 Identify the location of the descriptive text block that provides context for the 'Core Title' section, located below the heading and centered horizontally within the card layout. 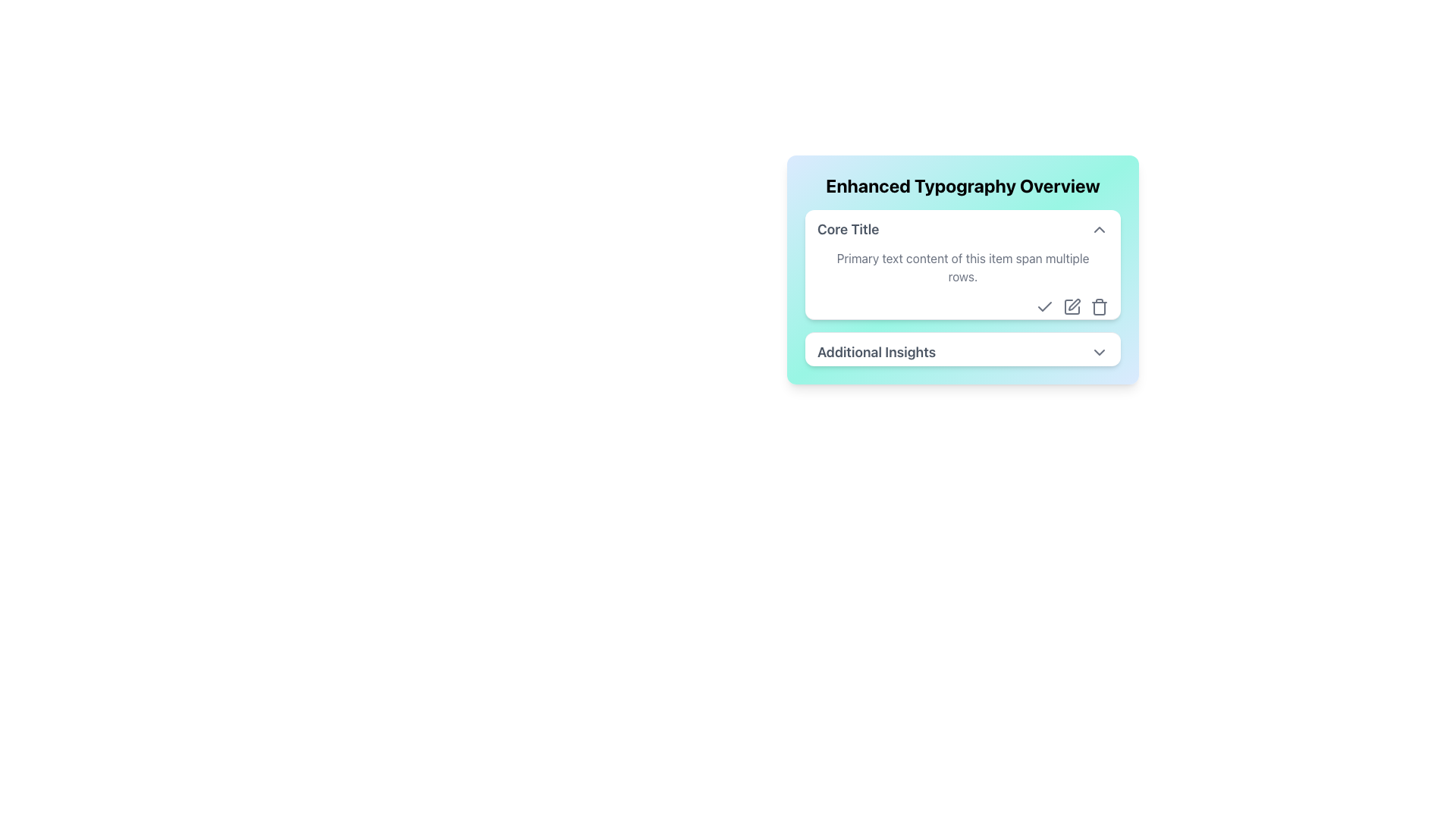
(962, 283).